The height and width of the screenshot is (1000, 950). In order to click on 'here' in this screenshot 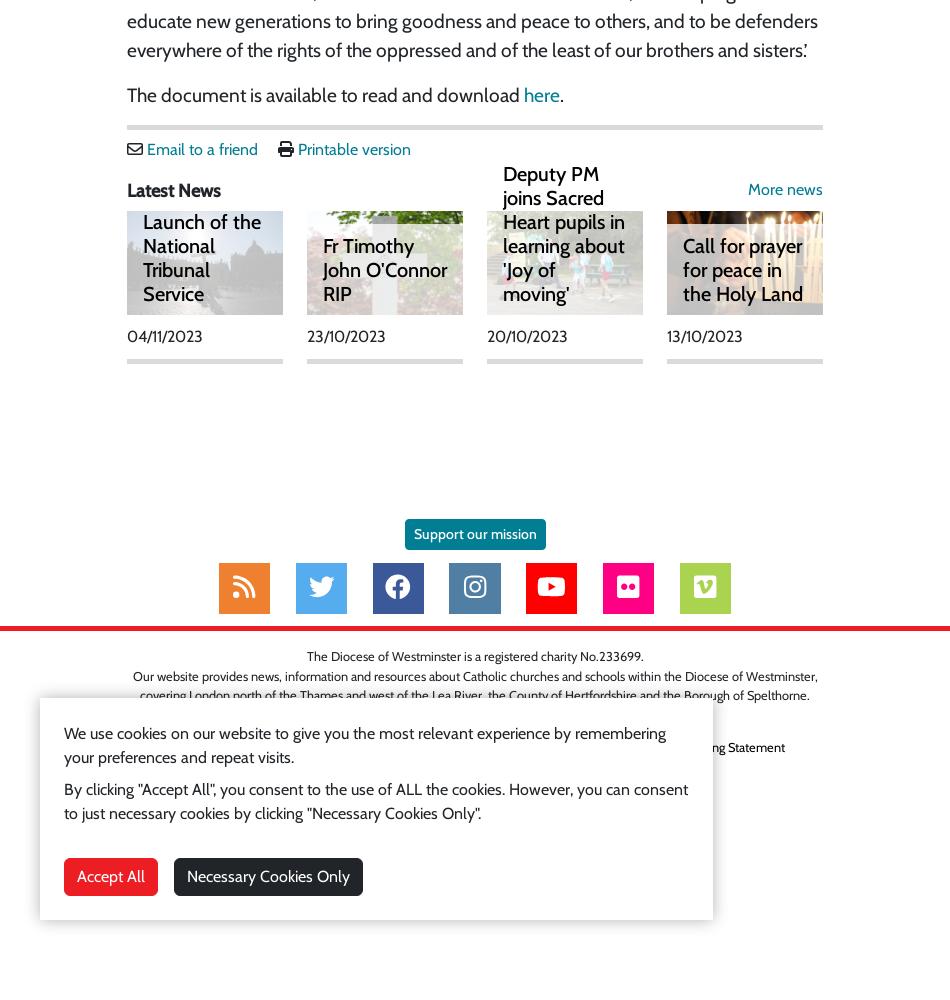, I will do `click(524, 93)`.